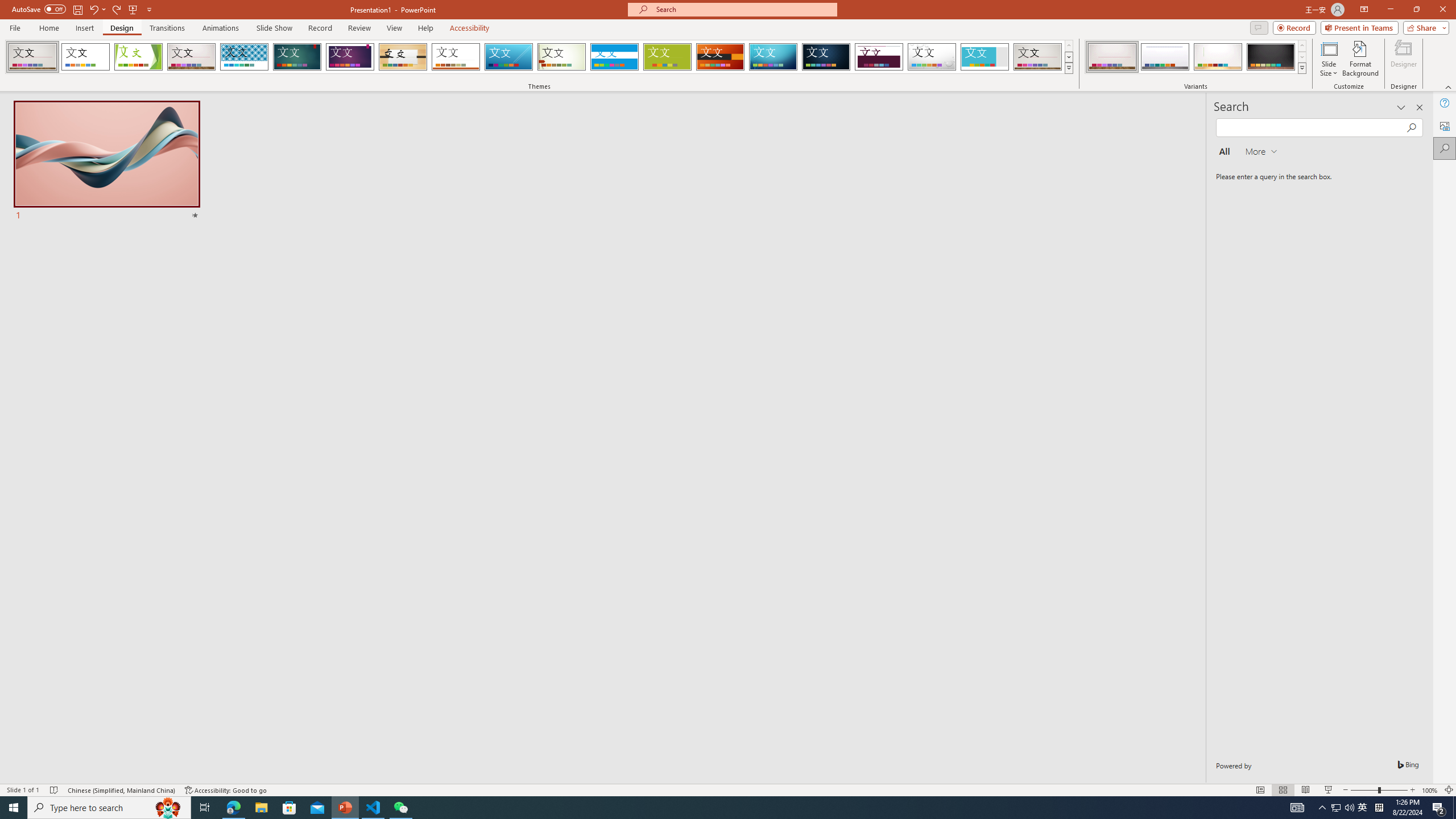 Image resolution: width=1456 pixels, height=819 pixels. Describe the element at coordinates (1164, 56) in the screenshot. I see `'Gallery Variant 2'` at that location.